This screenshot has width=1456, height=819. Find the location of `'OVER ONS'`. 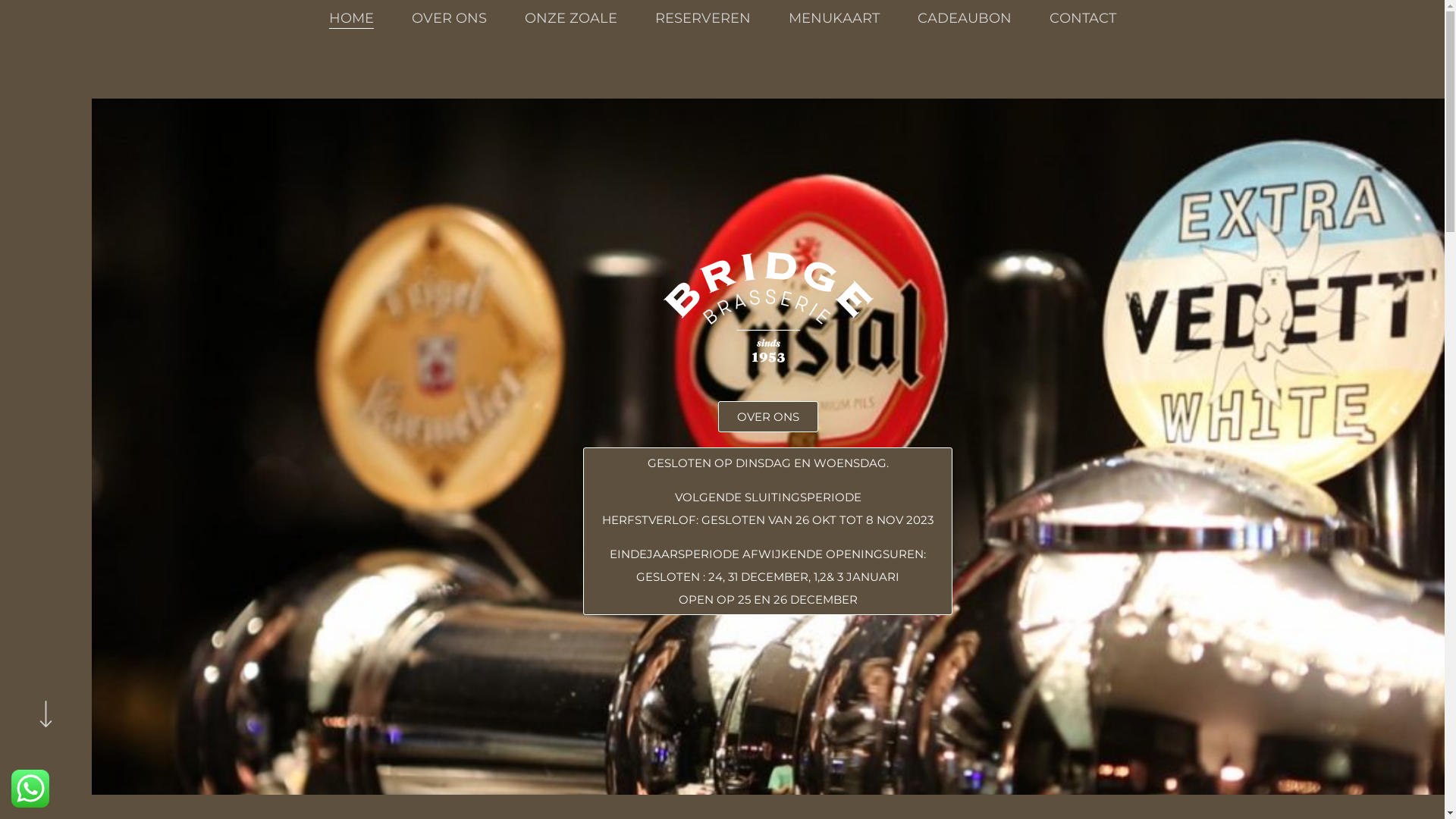

'OVER ONS' is located at coordinates (447, 17).